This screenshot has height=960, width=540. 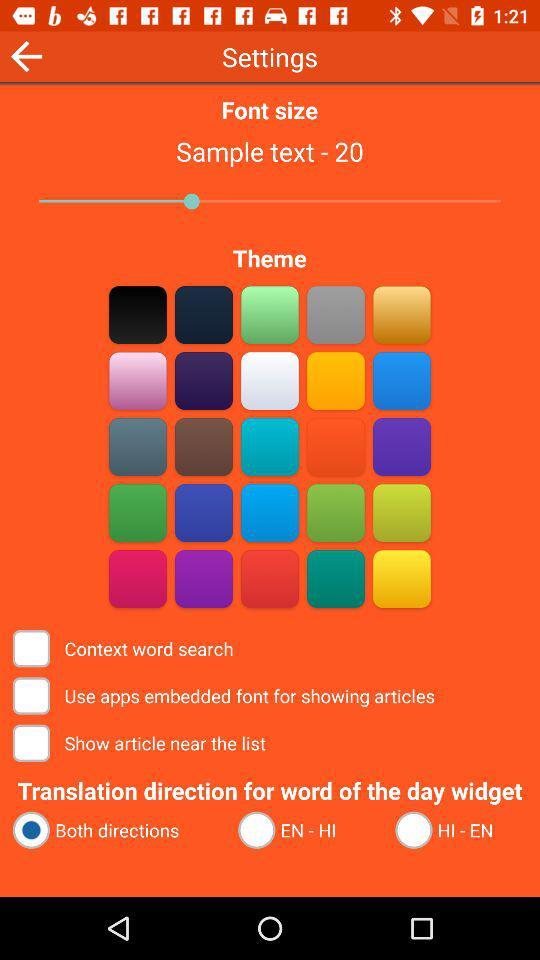 What do you see at coordinates (140, 742) in the screenshot?
I see `show article near` at bounding box center [140, 742].